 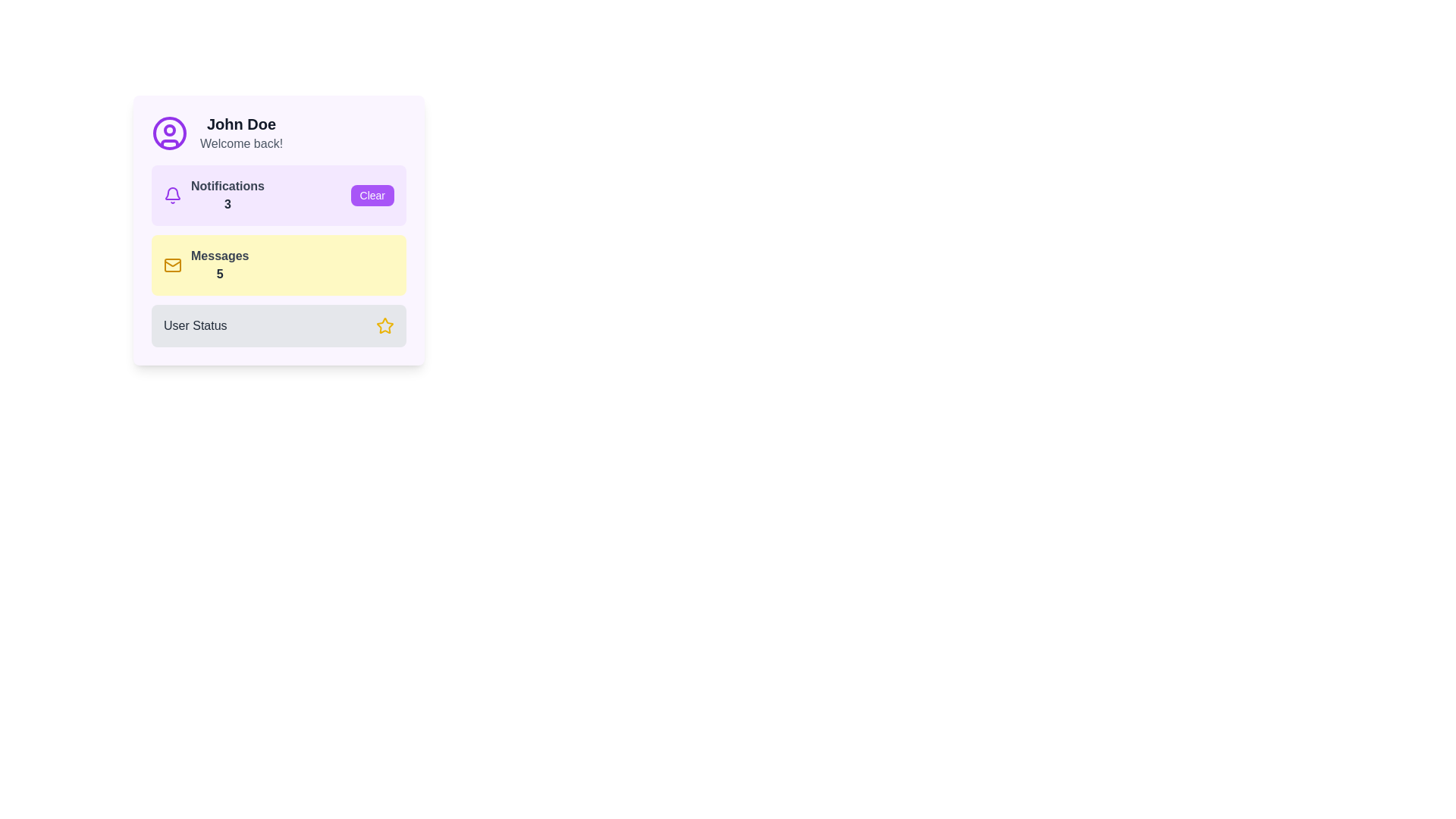 What do you see at coordinates (240, 143) in the screenshot?
I see `the text label displaying 'Welcome back!' located beneath 'John Doe' in the user profile section` at bounding box center [240, 143].